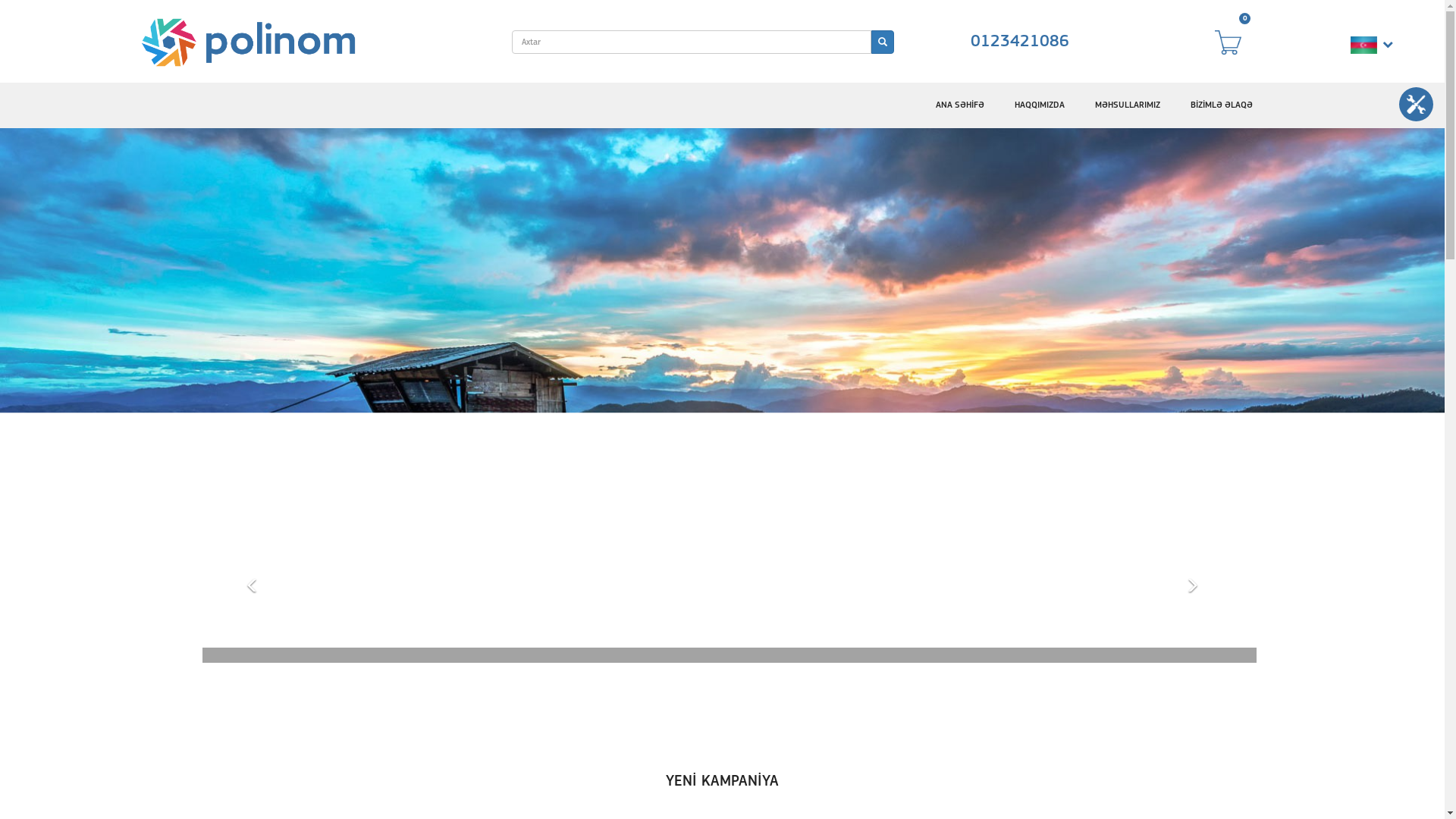  Describe the element at coordinates (1039, 104) in the screenshot. I see `'HAQQIMIZDA'` at that location.